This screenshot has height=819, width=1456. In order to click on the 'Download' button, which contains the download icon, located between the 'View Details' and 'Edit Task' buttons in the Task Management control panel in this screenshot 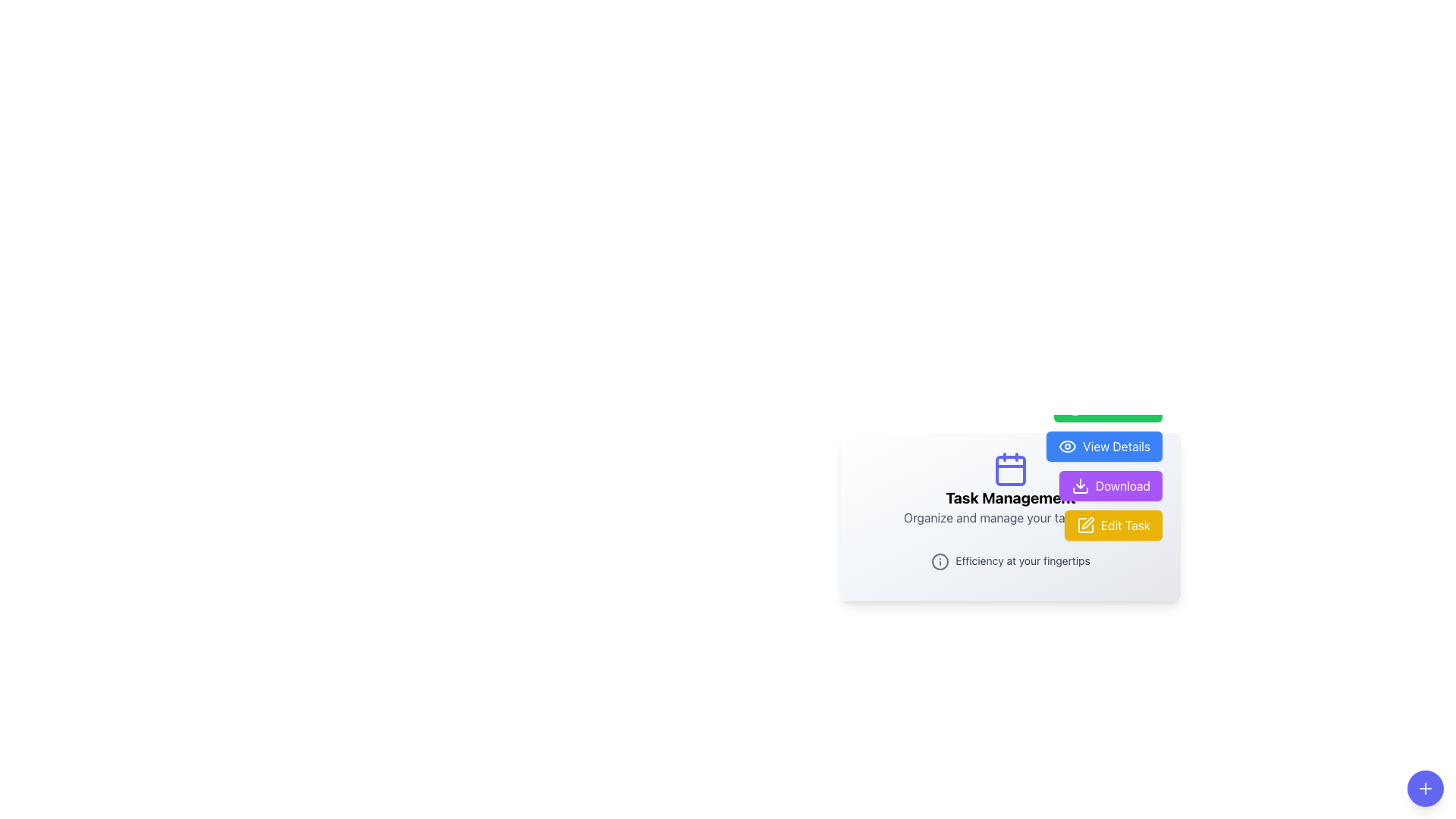, I will do `click(1079, 485)`.